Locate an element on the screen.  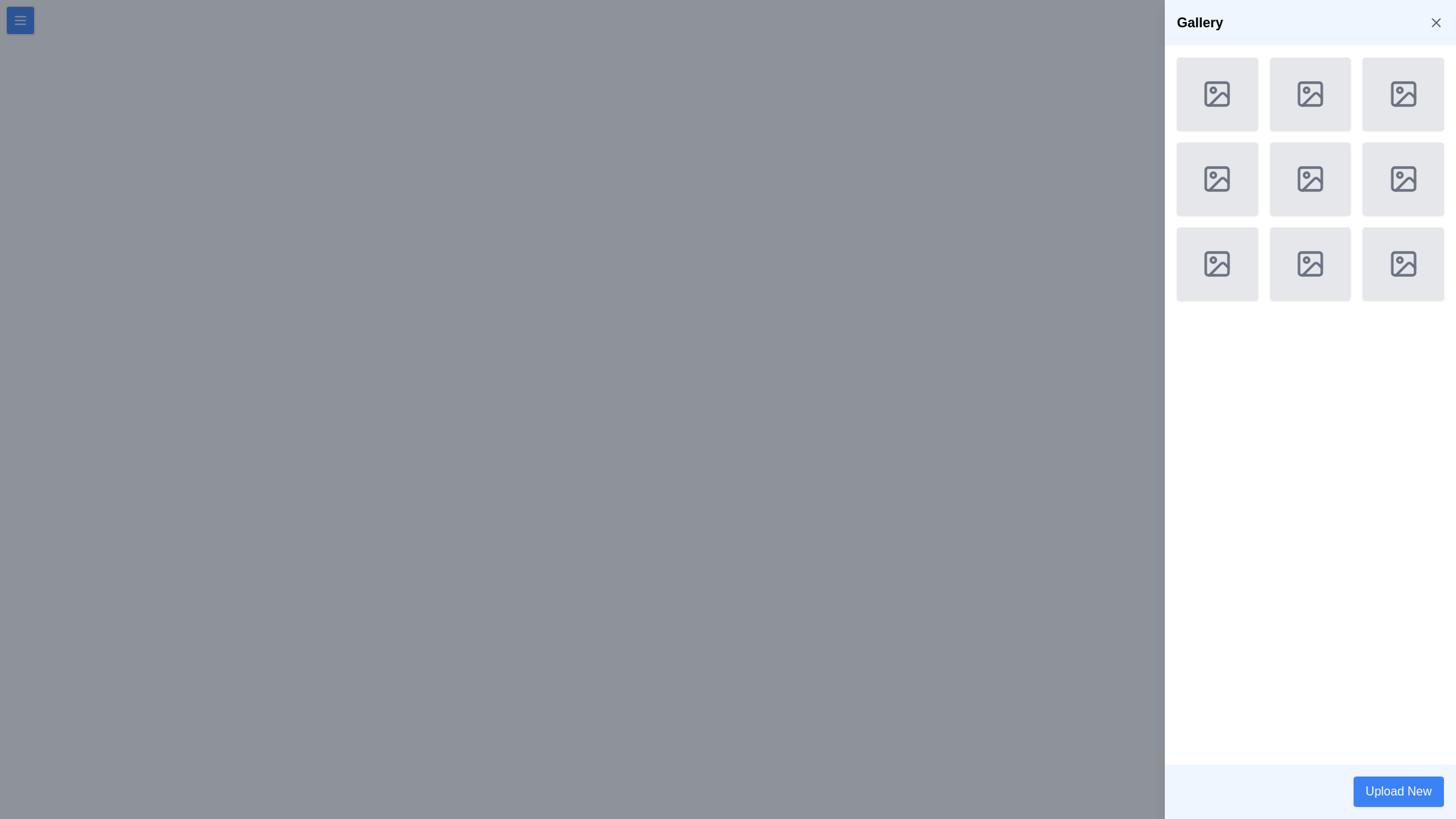
the light gray SVG rectangle with rounded corners is located at coordinates (1217, 177).